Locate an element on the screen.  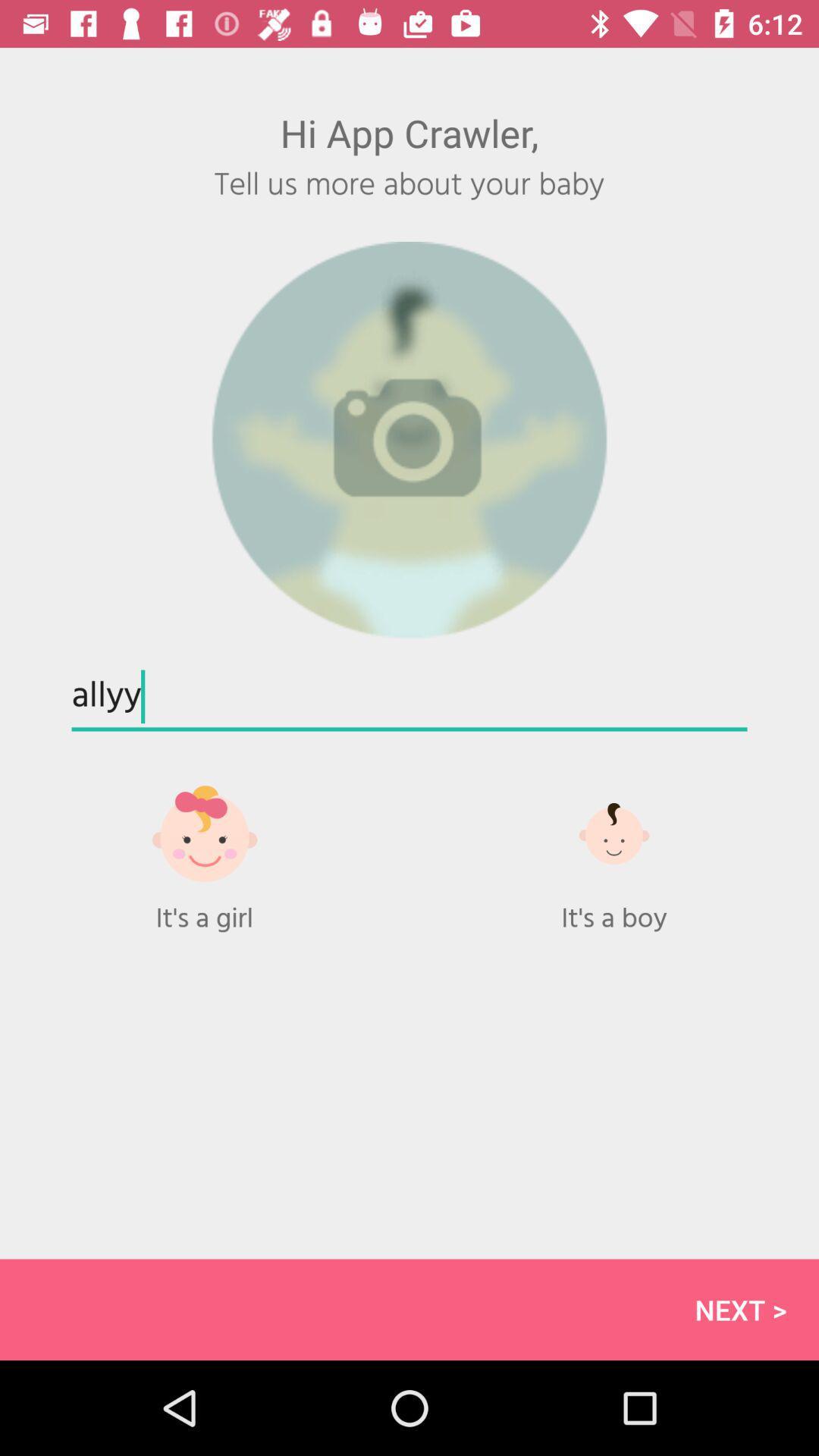
next > icon is located at coordinates (409, 1309).